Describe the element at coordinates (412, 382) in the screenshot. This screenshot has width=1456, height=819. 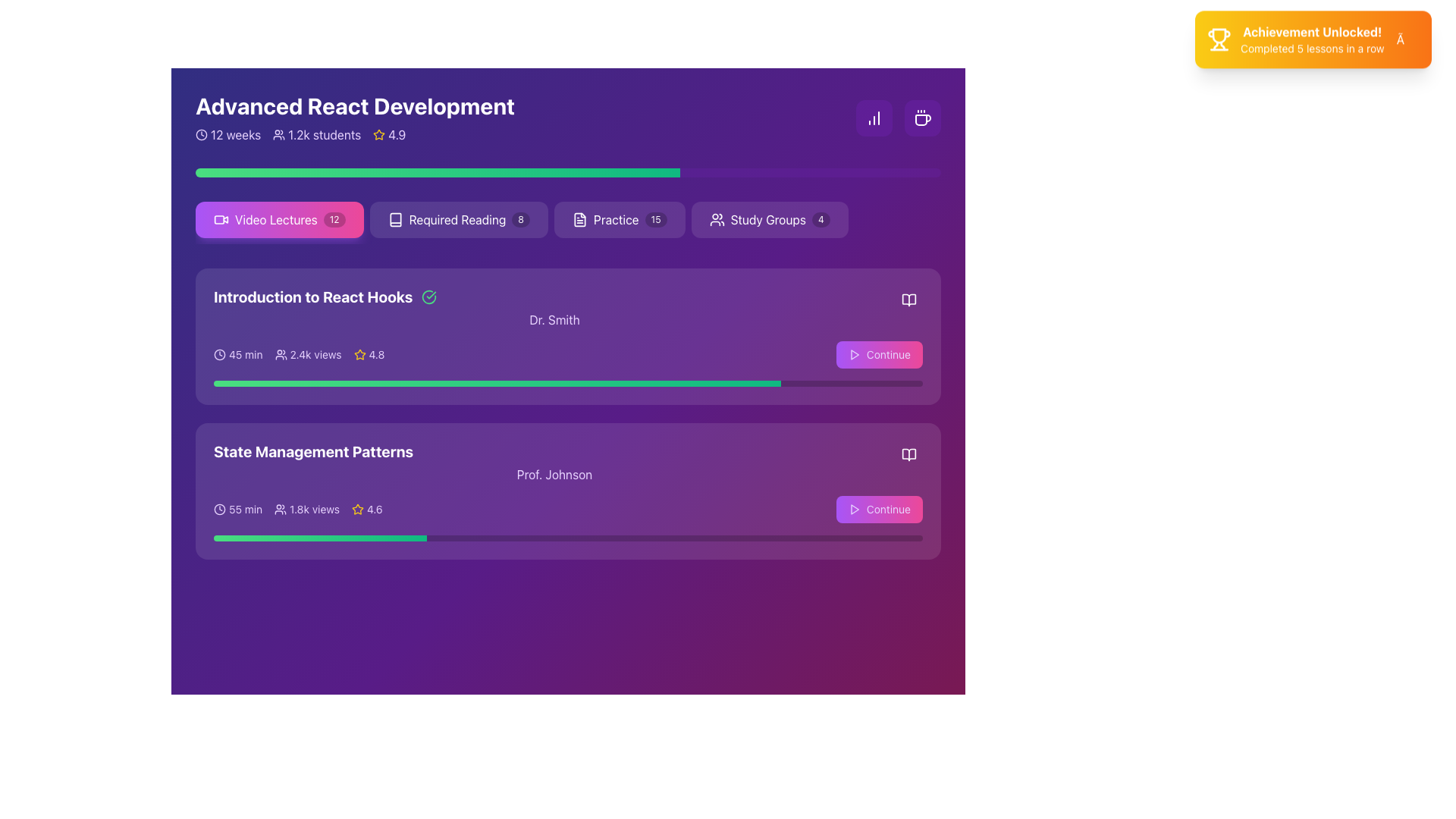
I see `slider value` at that location.